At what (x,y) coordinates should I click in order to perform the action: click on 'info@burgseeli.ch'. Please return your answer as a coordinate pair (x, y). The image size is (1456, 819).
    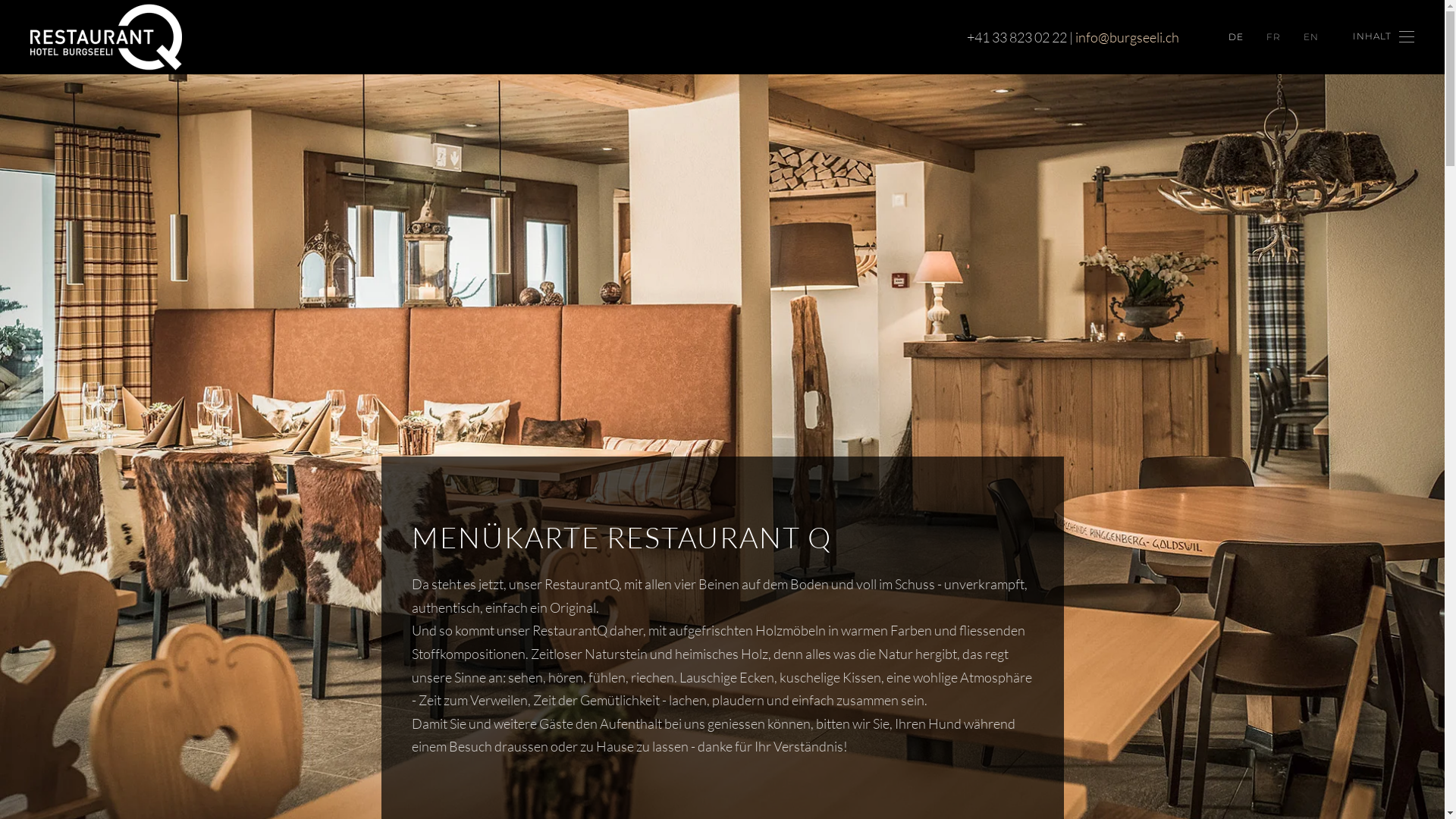
    Looking at the image, I should click on (1074, 36).